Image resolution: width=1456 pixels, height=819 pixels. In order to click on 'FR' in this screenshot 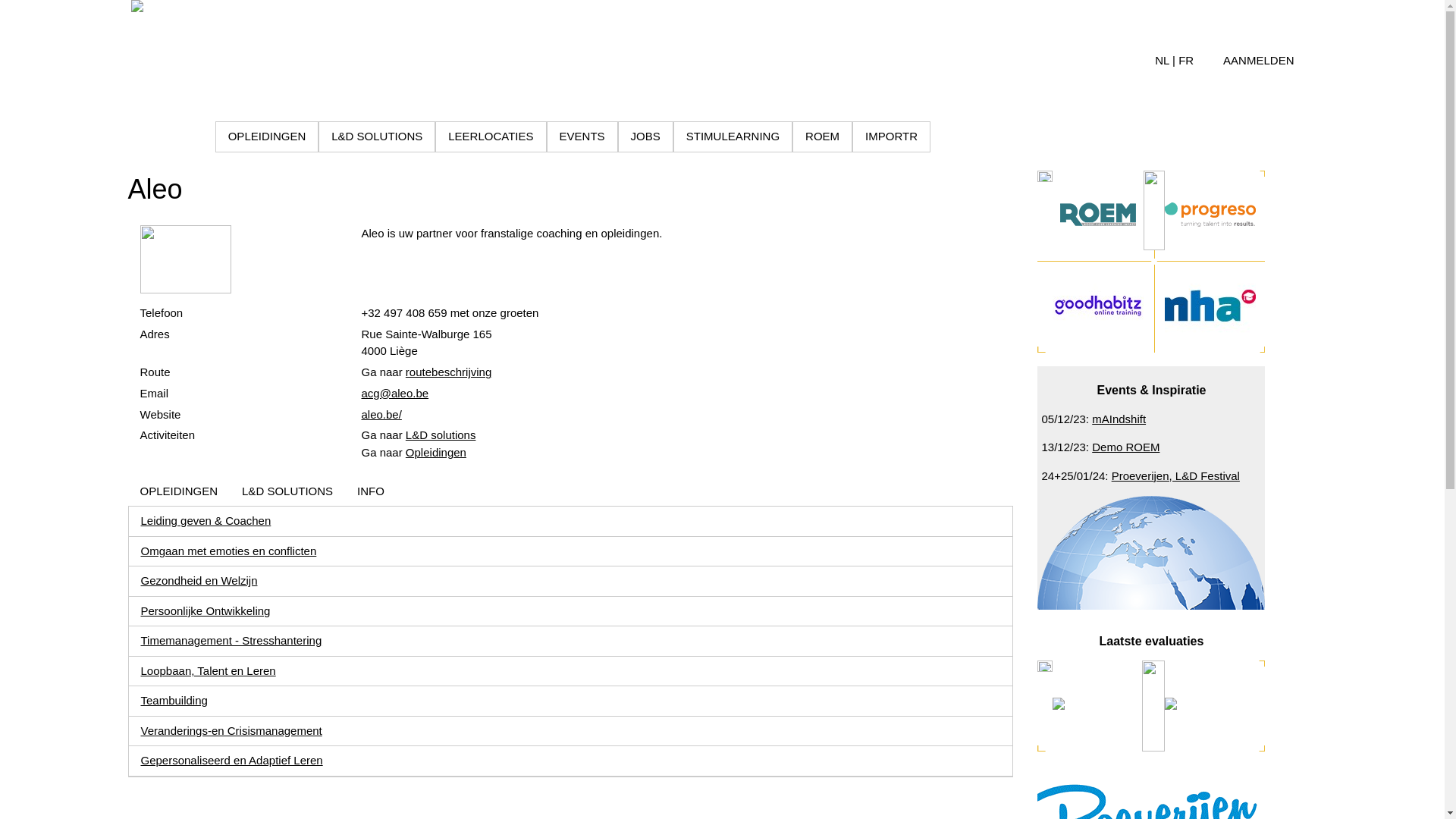, I will do `click(1185, 59)`.